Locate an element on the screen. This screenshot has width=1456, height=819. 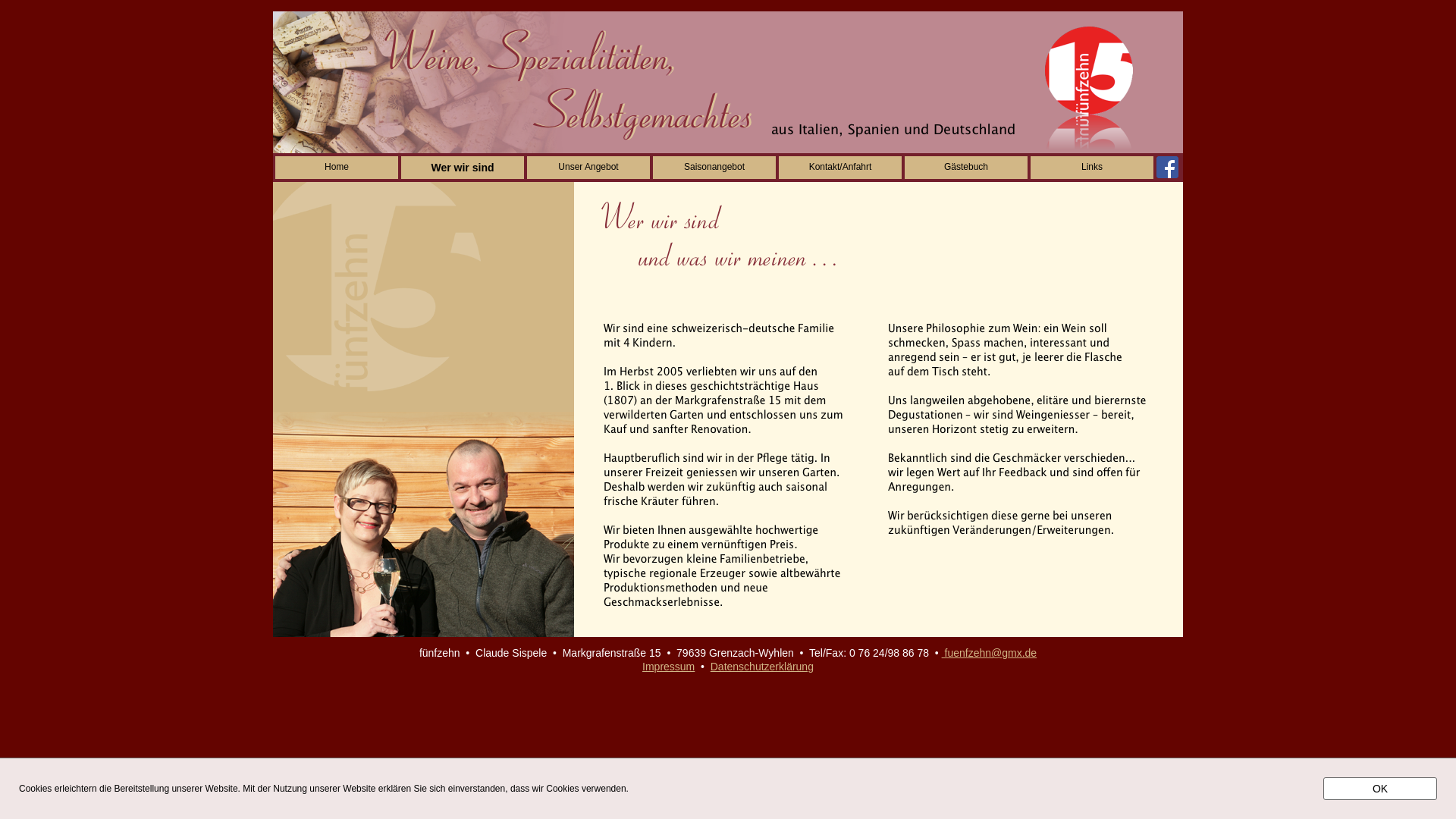
'Links' is located at coordinates (1030, 167).